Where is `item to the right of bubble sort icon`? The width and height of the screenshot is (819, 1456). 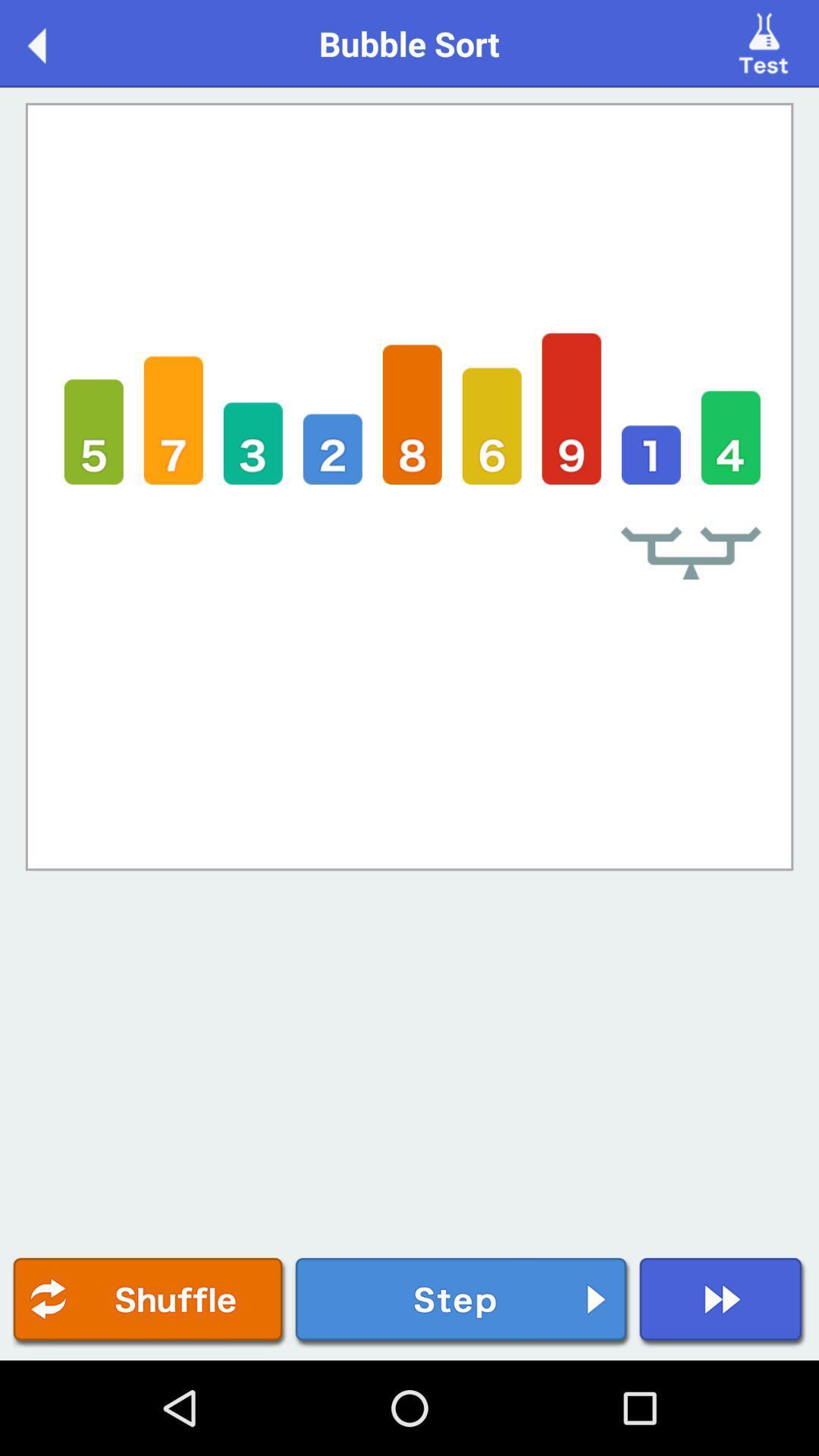
item to the right of bubble sort icon is located at coordinates (766, 42).